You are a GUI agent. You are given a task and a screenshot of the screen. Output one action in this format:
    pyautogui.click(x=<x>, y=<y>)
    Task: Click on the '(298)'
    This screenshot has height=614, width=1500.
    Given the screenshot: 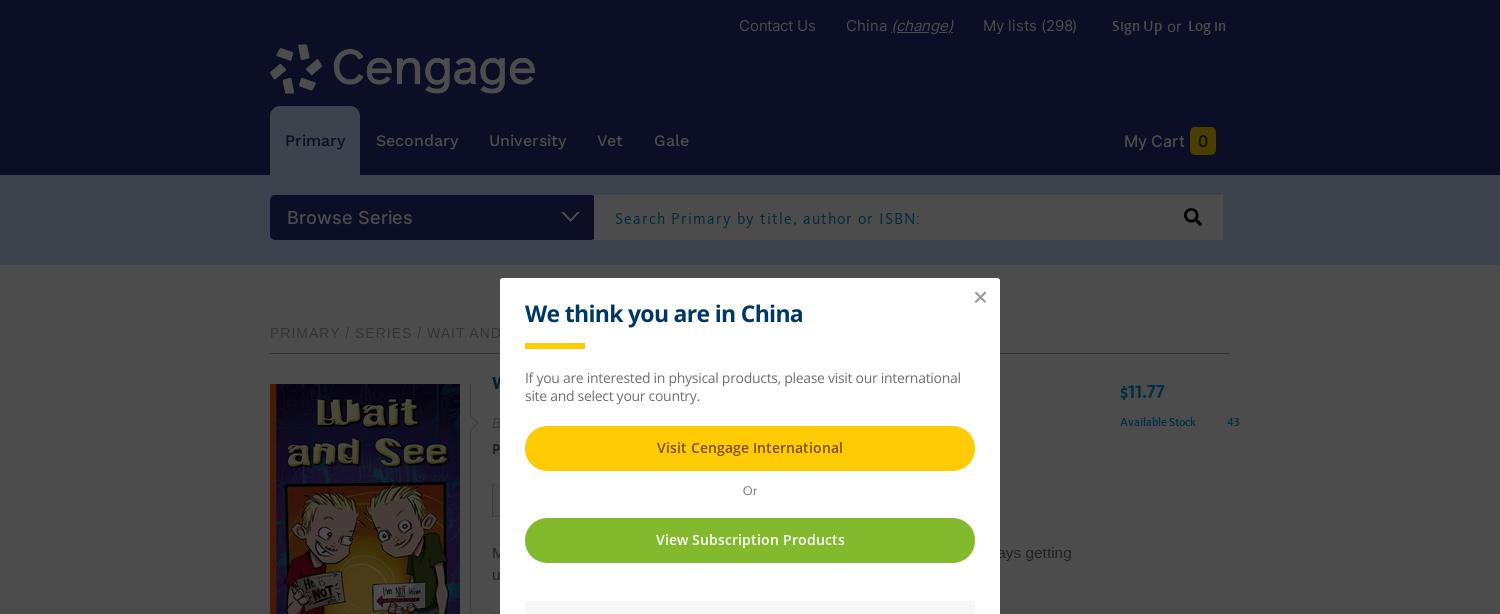 What is the action you would take?
    pyautogui.click(x=1058, y=25)
    